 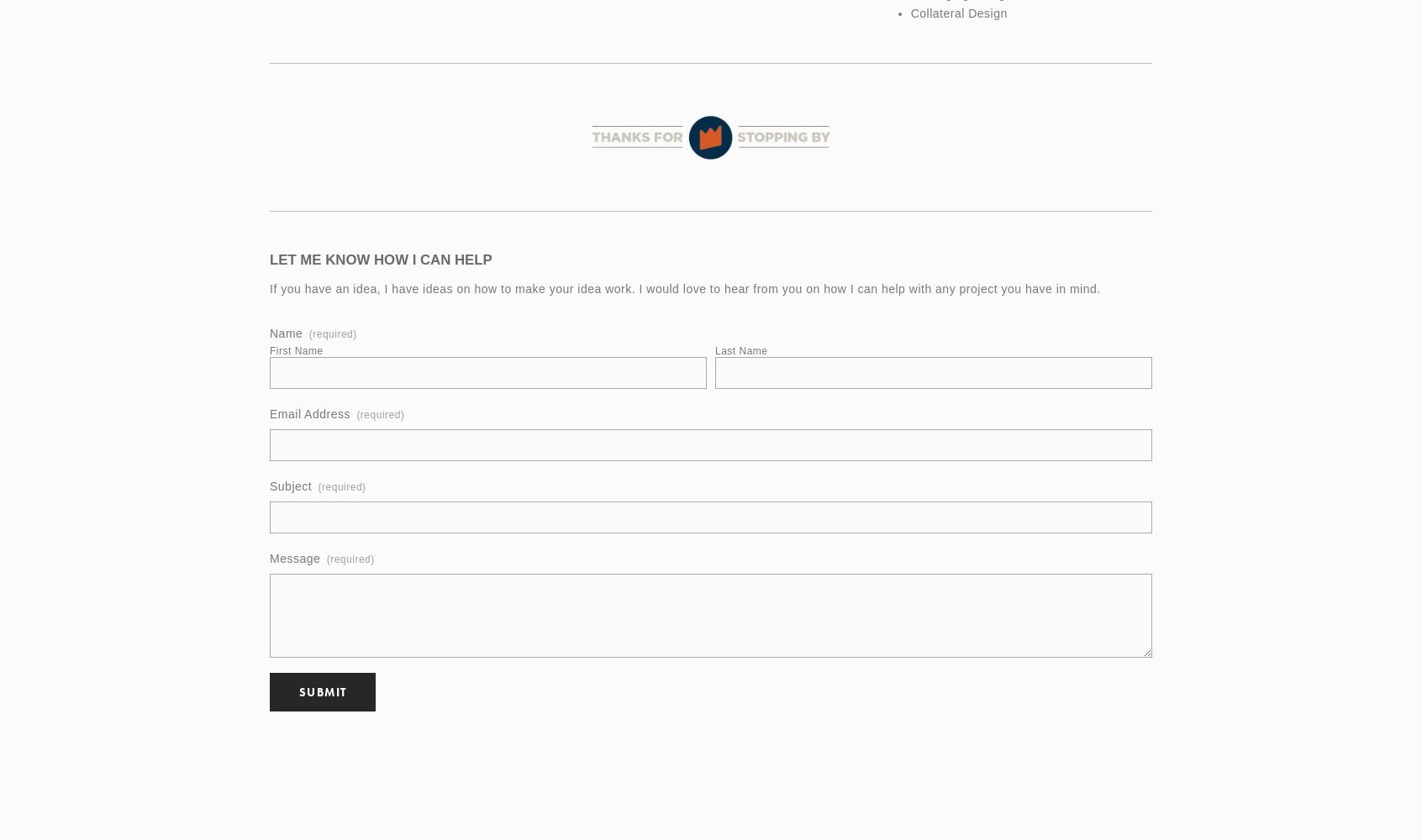 What do you see at coordinates (295, 351) in the screenshot?
I see `'First Name'` at bounding box center [295, 351].